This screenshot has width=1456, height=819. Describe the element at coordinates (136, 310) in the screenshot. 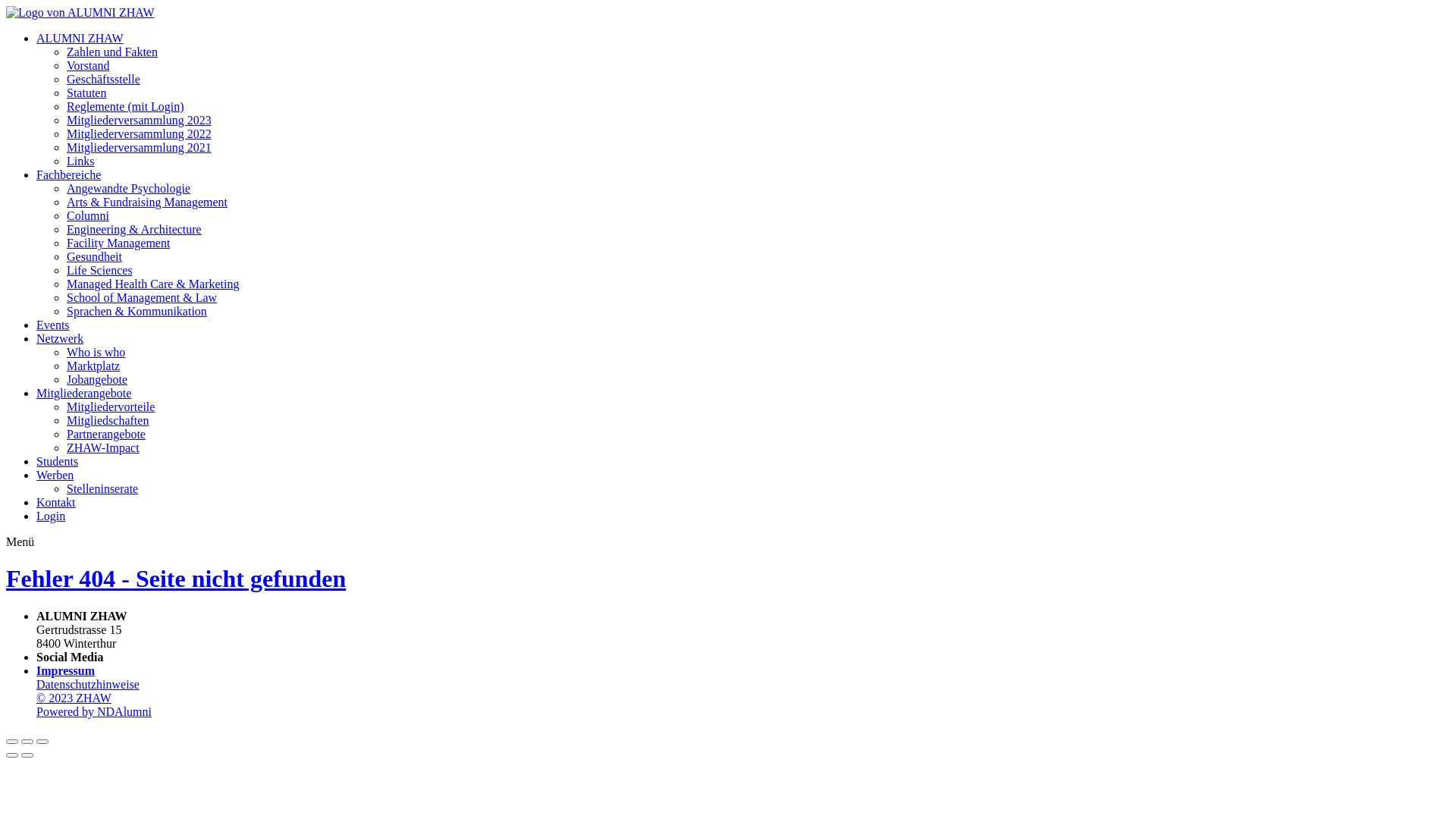

I see `'Sprachen & Kommunikation'` at that location.